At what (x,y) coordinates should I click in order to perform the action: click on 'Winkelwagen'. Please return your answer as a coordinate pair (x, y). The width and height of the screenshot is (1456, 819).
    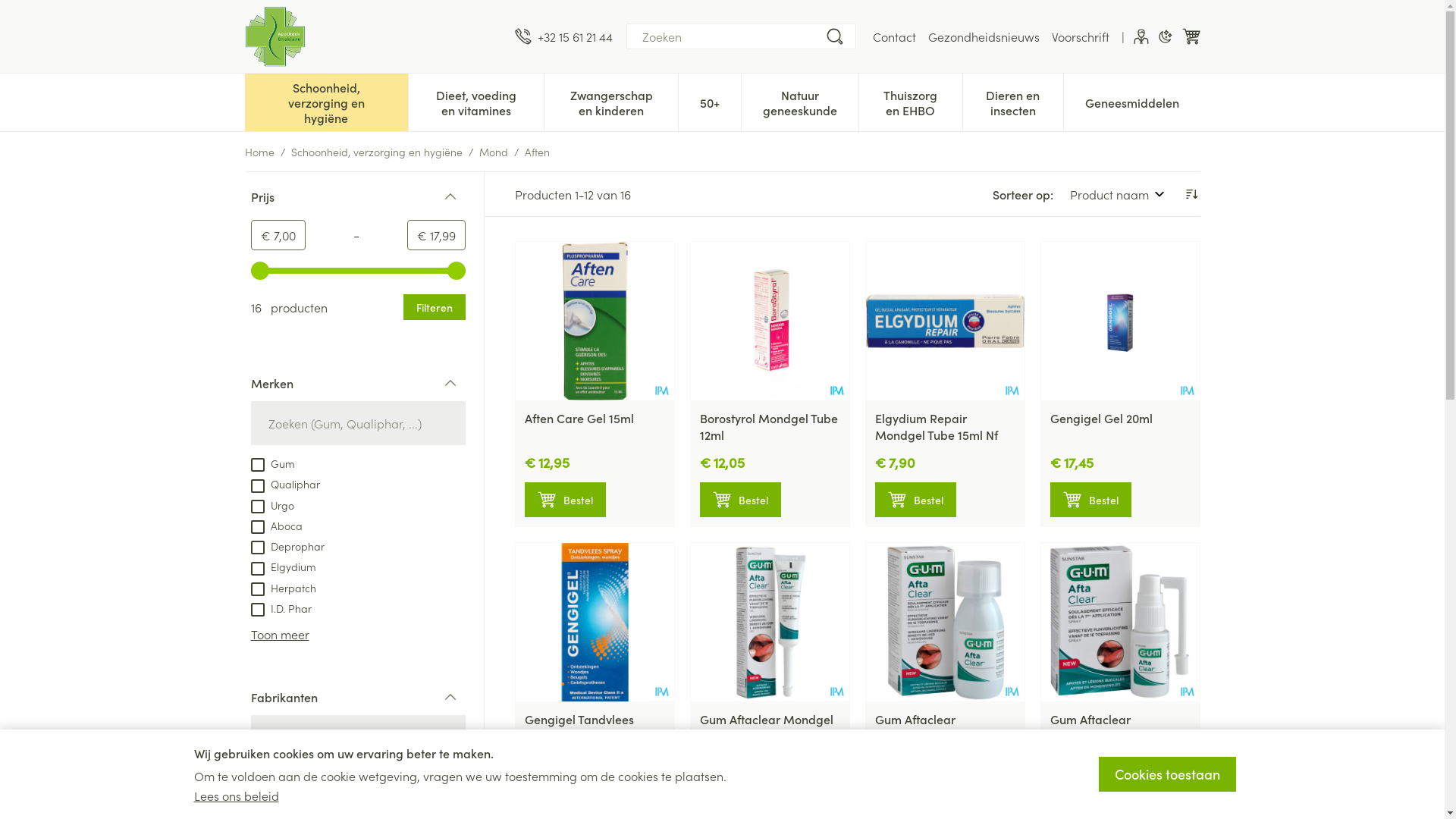
    Looking at the image, I should click on (1189, 35).